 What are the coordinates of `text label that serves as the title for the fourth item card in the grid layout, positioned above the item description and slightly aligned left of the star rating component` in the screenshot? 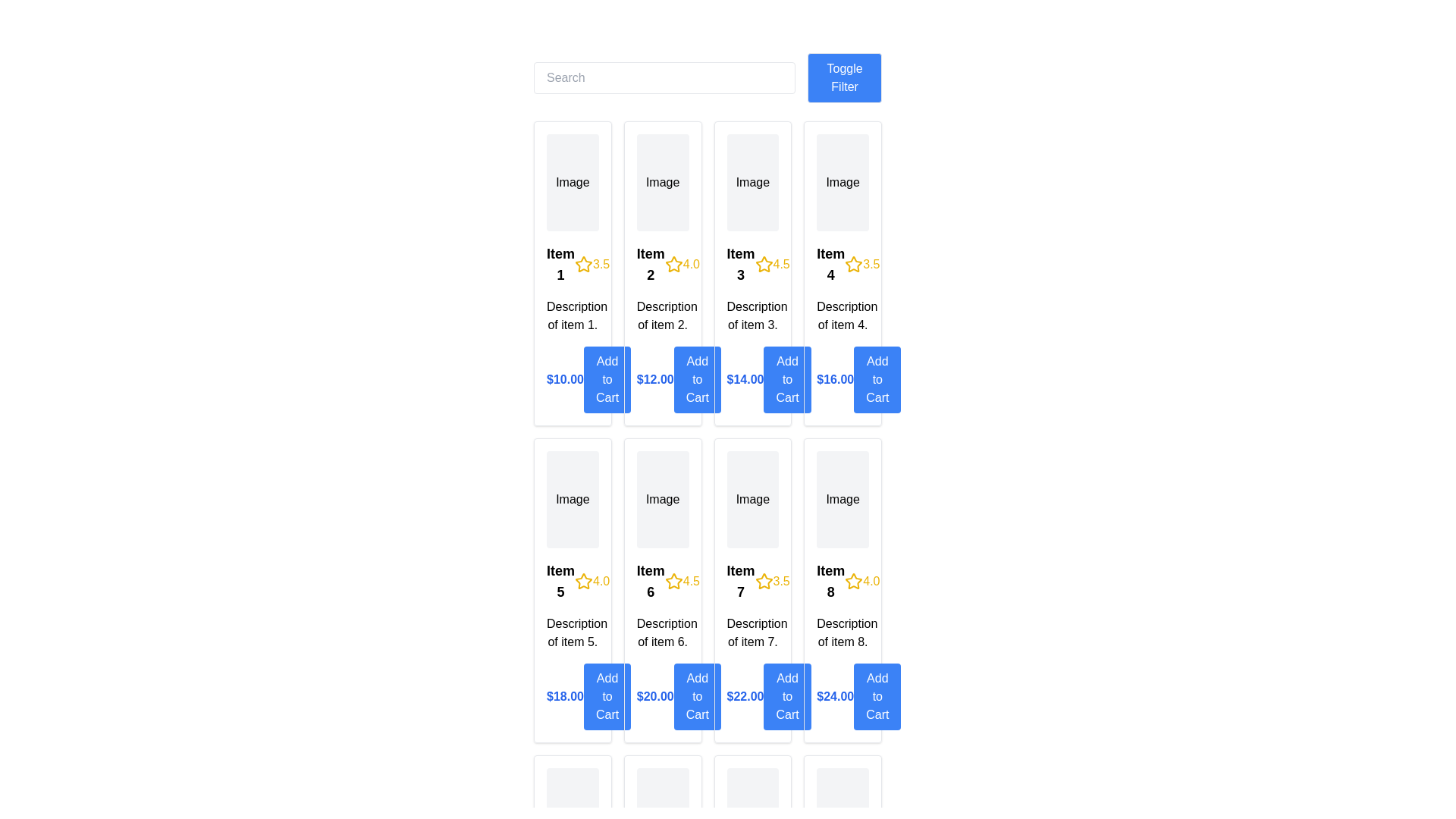 It's located at (830, 263).